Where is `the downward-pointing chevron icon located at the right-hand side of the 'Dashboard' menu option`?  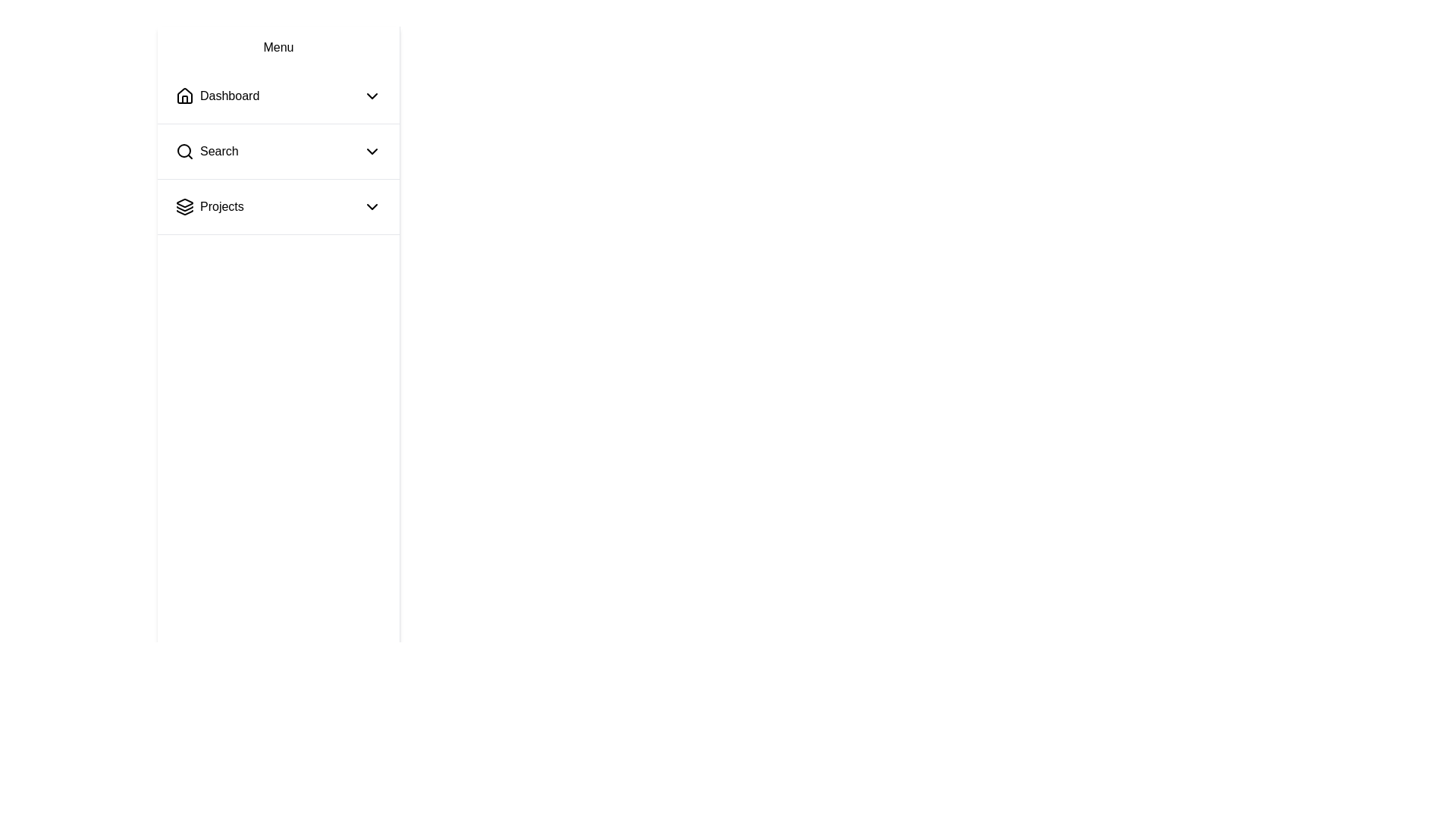 the downward-pointing chevron icon located at the right-hand side of the 'Dashboard' menu option is located at coordinates (372, 96).